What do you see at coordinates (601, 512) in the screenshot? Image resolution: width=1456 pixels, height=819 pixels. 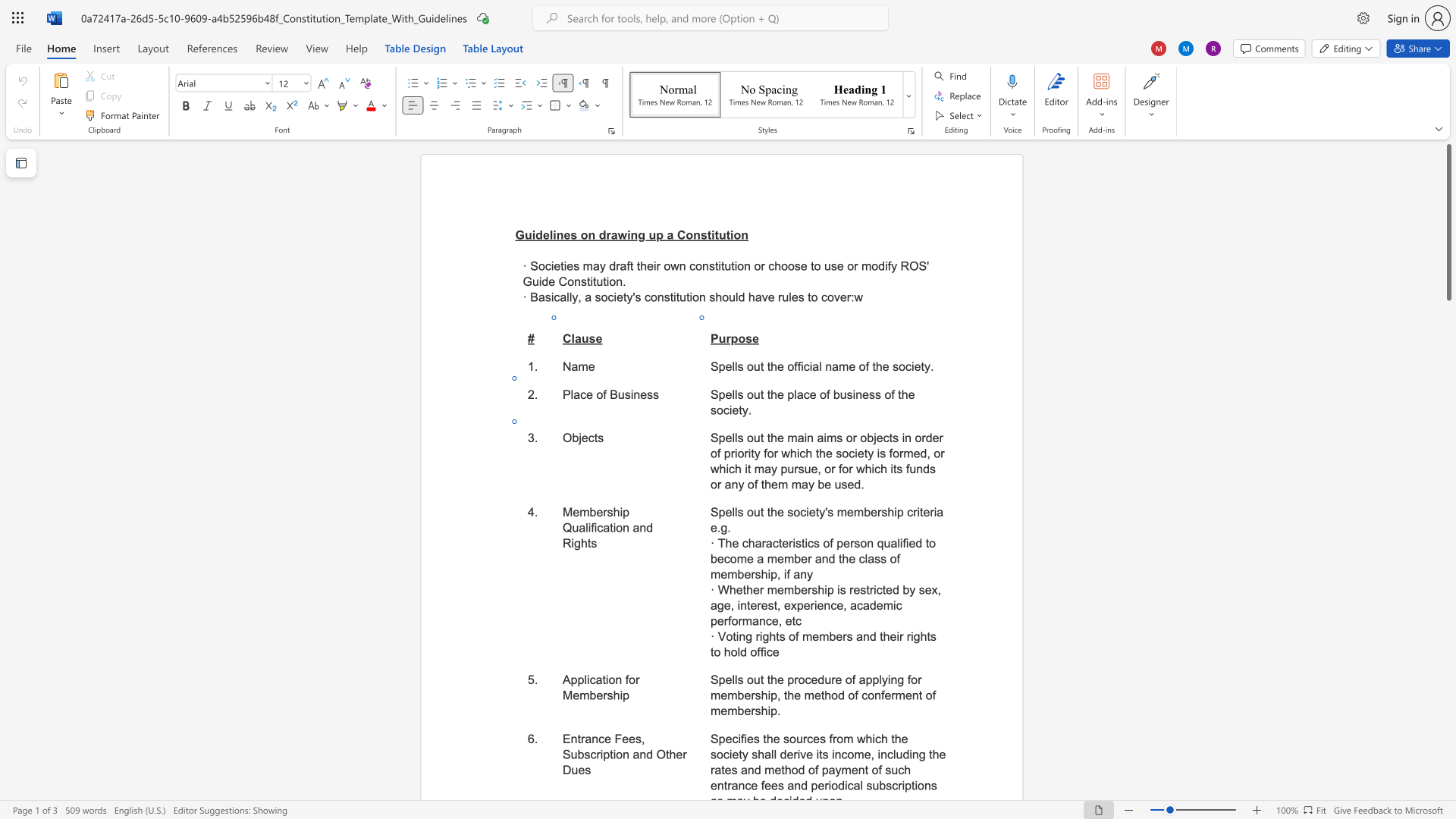 I see `the space between the continuous character "e" and "r" in the text` at bounding box center [601, 512].